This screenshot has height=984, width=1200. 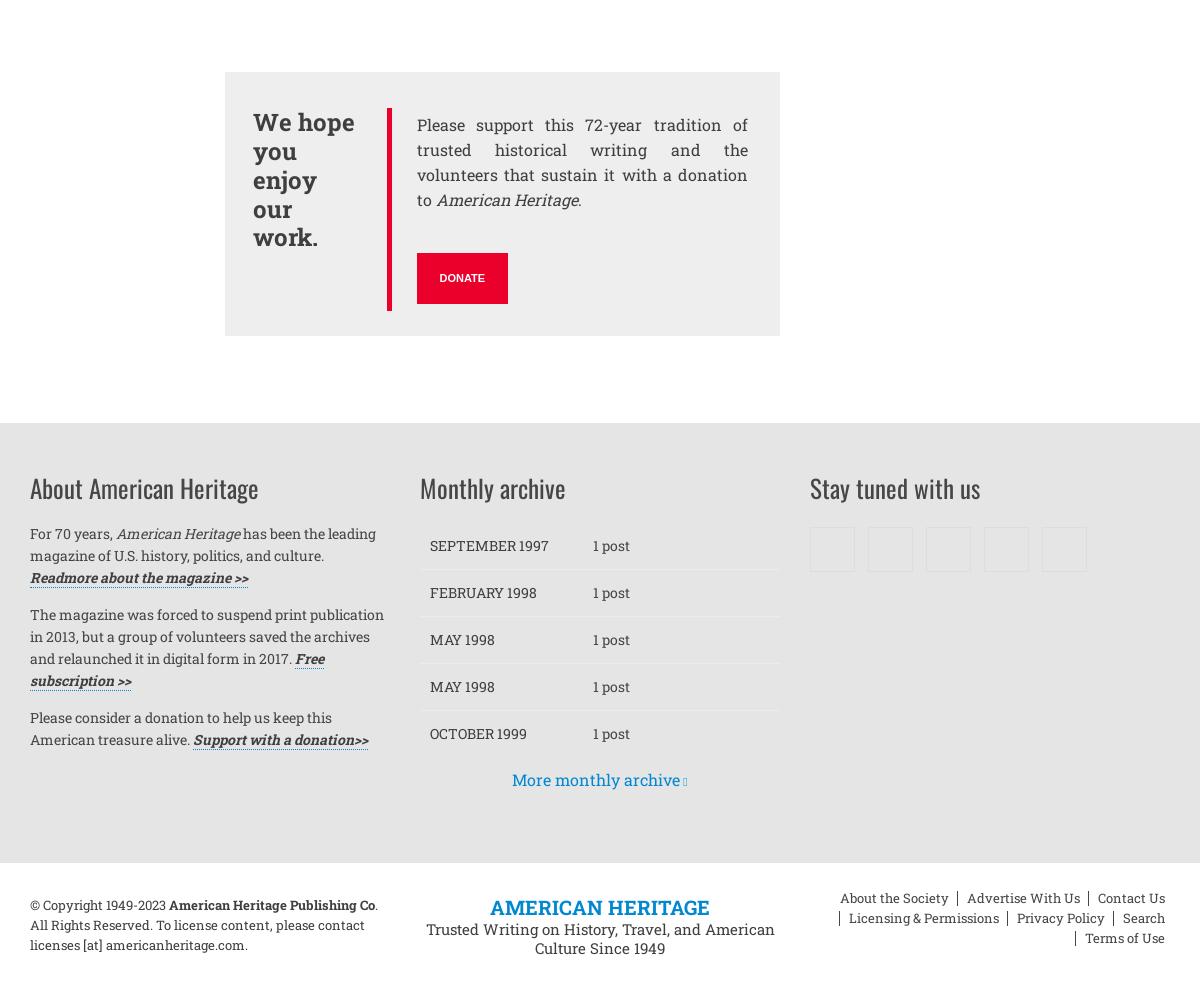 What do you see at coordinates (205, 635) in the screenshot?
I see `'The magazine was forced to suspend print publication in 2013, but a group of volunteers saved the archives and relaunched it in digital form in 2017.'` at bounding box center [205, 635].